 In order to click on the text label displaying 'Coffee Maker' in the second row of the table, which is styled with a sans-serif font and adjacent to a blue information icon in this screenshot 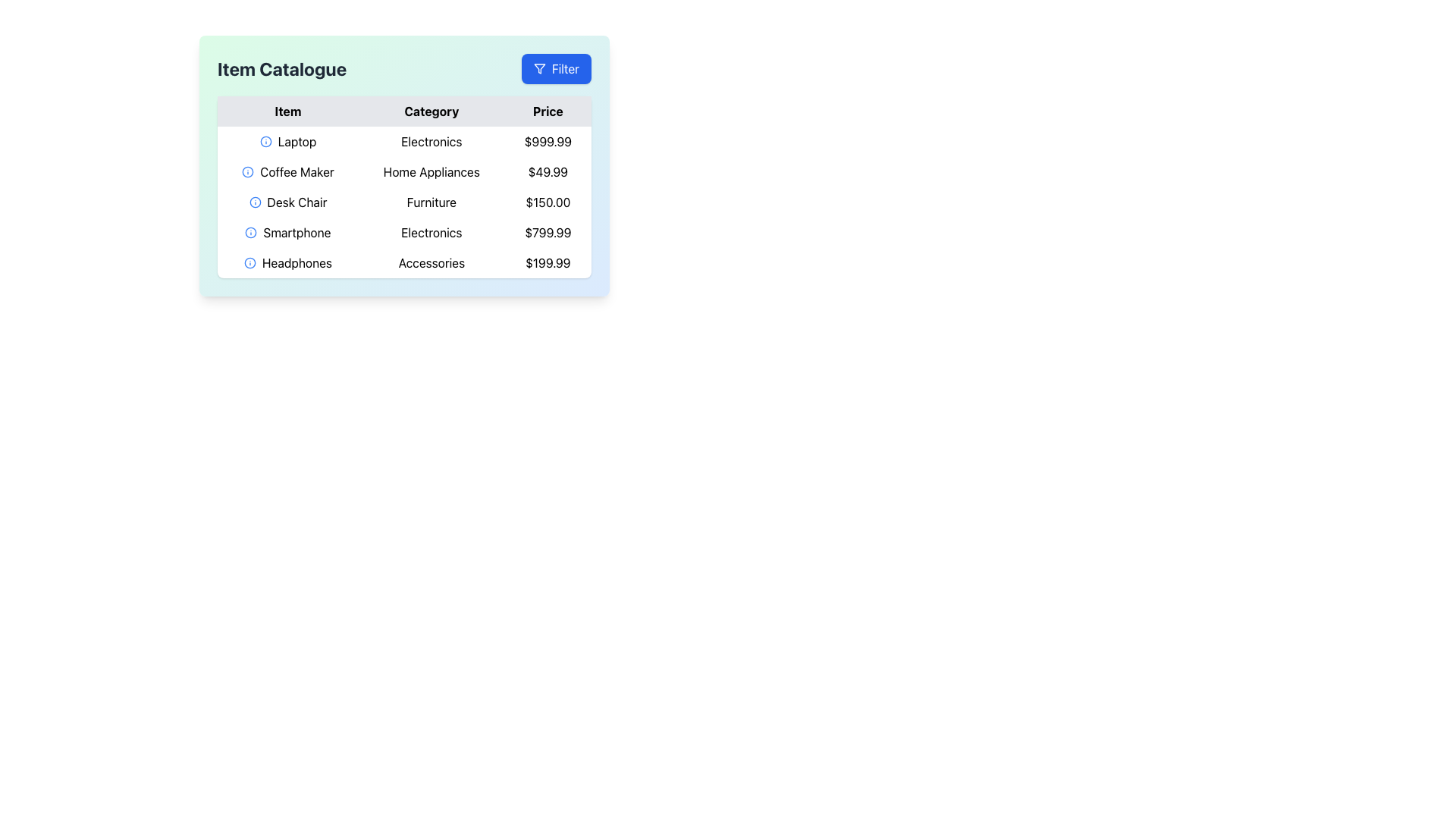, I will do `click(287, 171)`.